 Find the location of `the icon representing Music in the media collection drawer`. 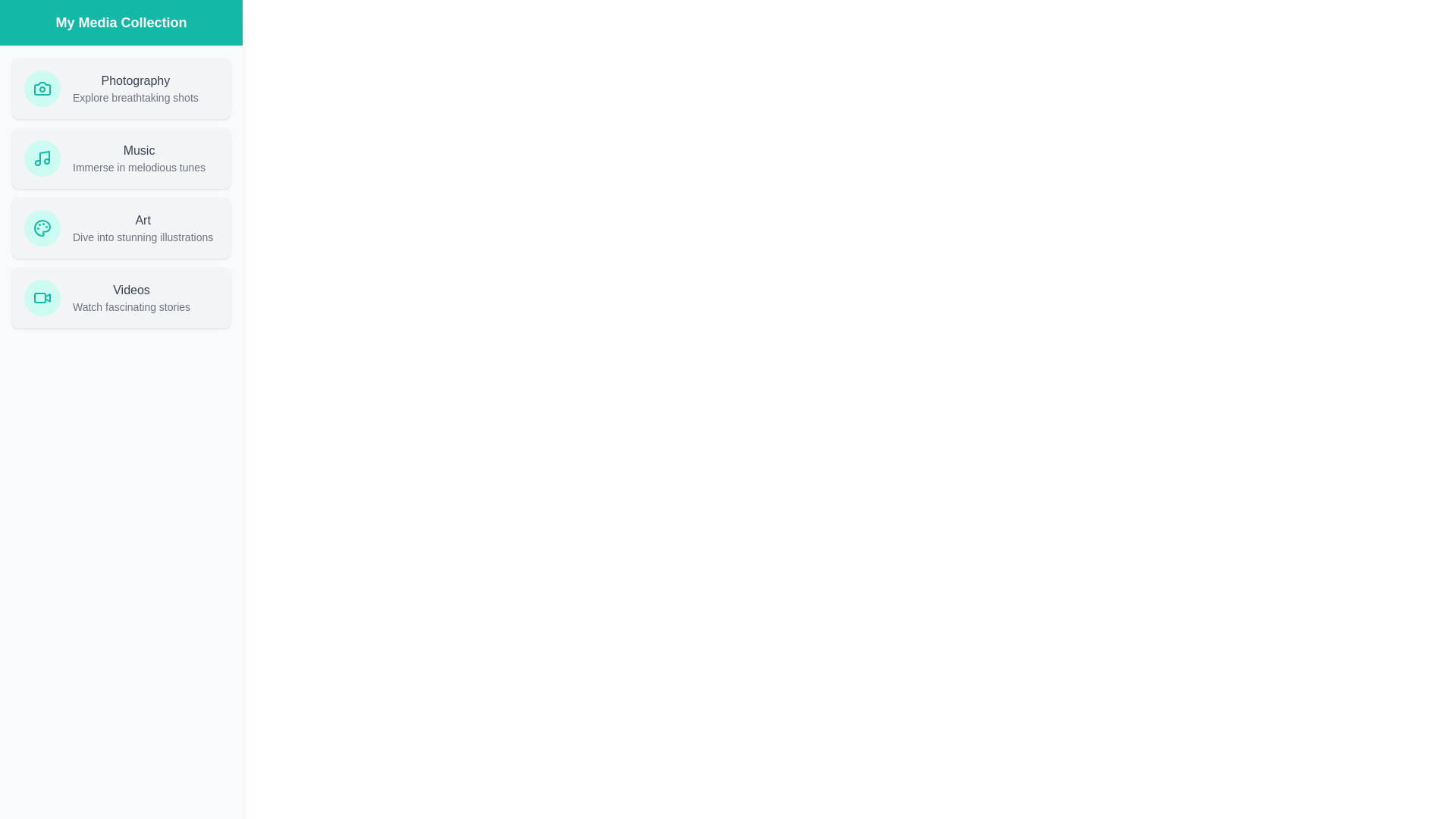

the icon representing Music in the media collection drawer is located at coordinates (42, 158).